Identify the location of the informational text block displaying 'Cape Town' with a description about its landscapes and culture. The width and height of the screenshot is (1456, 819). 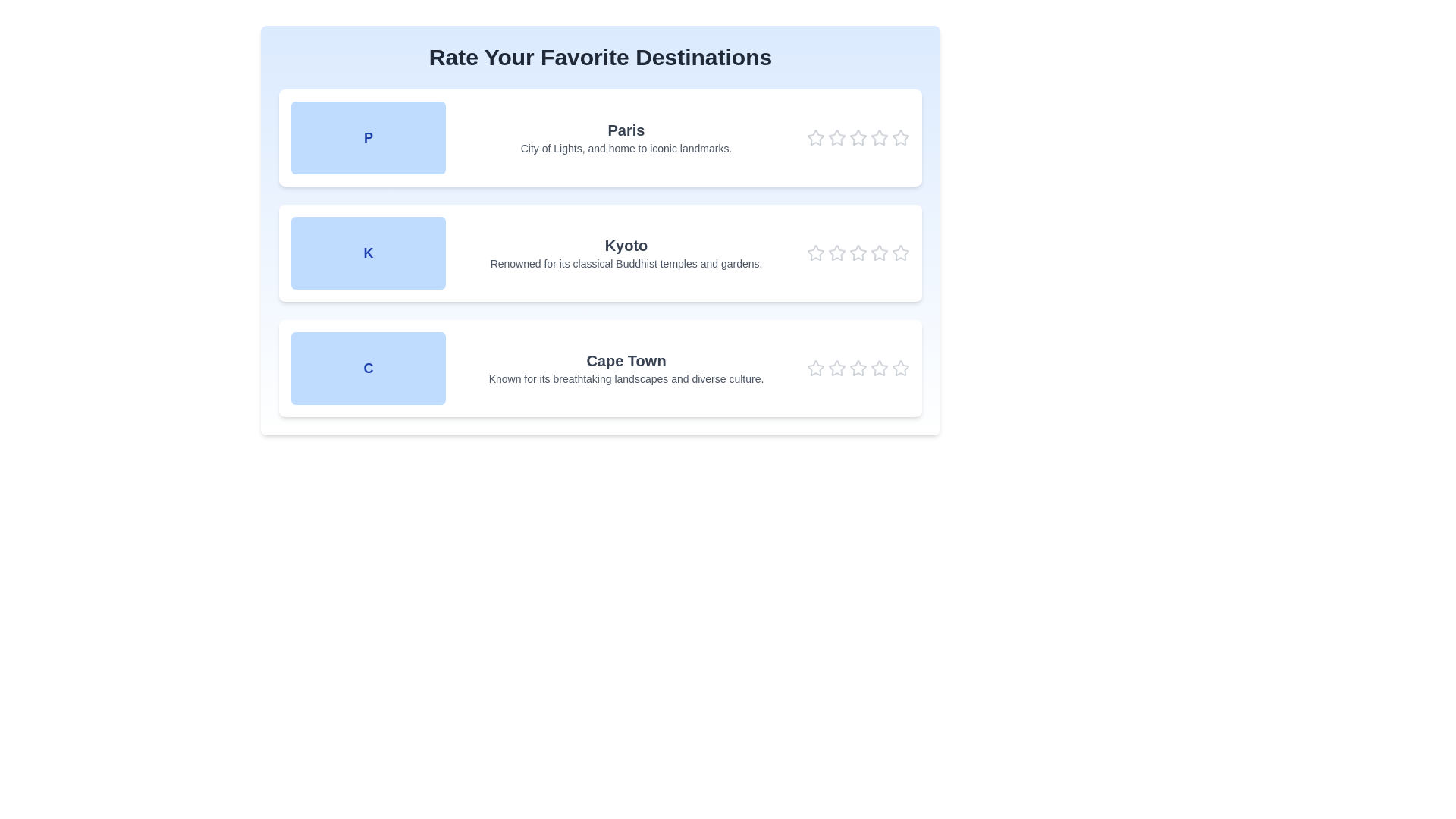
(626, 369).